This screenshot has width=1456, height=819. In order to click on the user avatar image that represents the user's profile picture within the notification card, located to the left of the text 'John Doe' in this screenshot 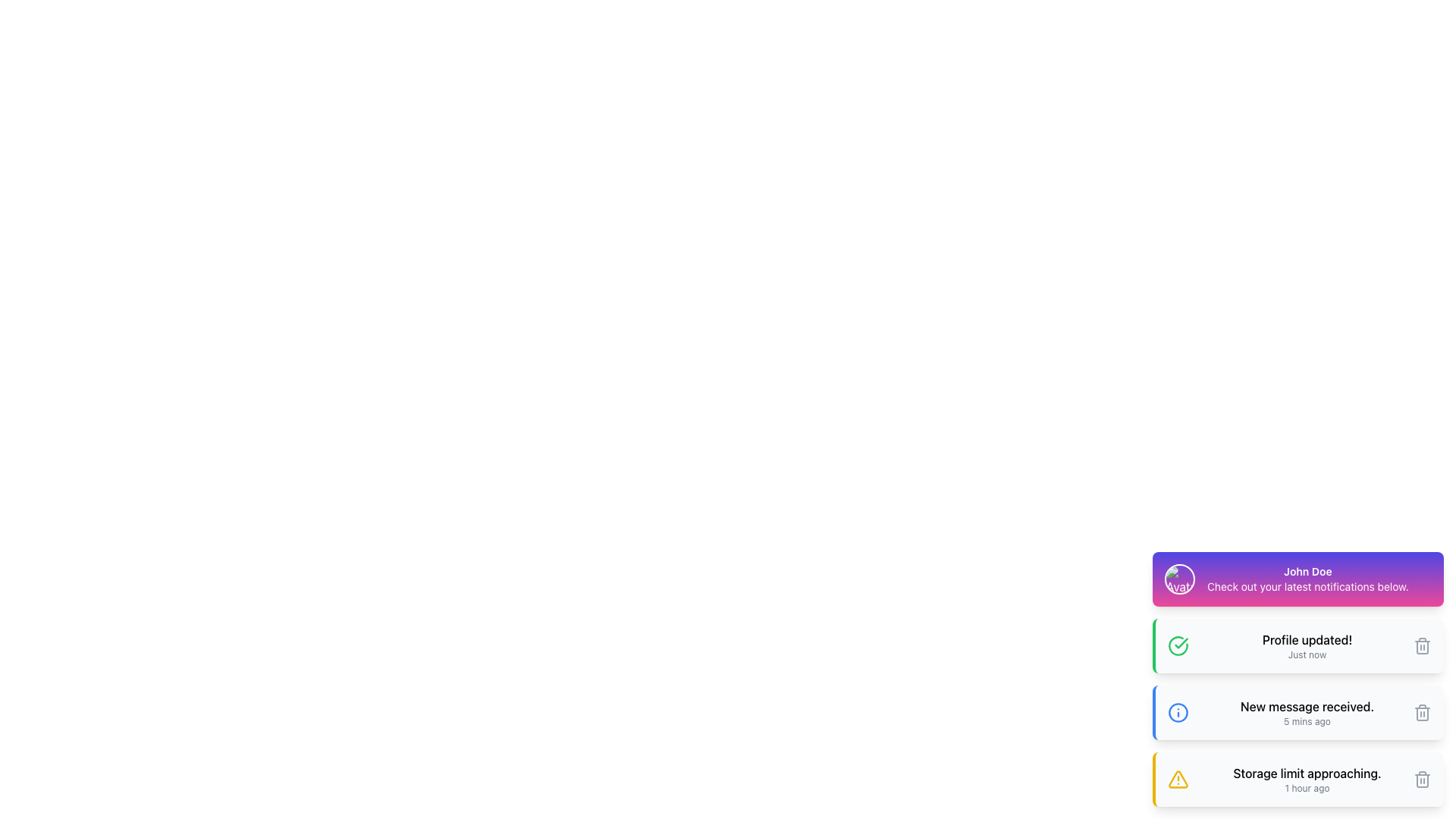, I will do `click(1178, 579)`.